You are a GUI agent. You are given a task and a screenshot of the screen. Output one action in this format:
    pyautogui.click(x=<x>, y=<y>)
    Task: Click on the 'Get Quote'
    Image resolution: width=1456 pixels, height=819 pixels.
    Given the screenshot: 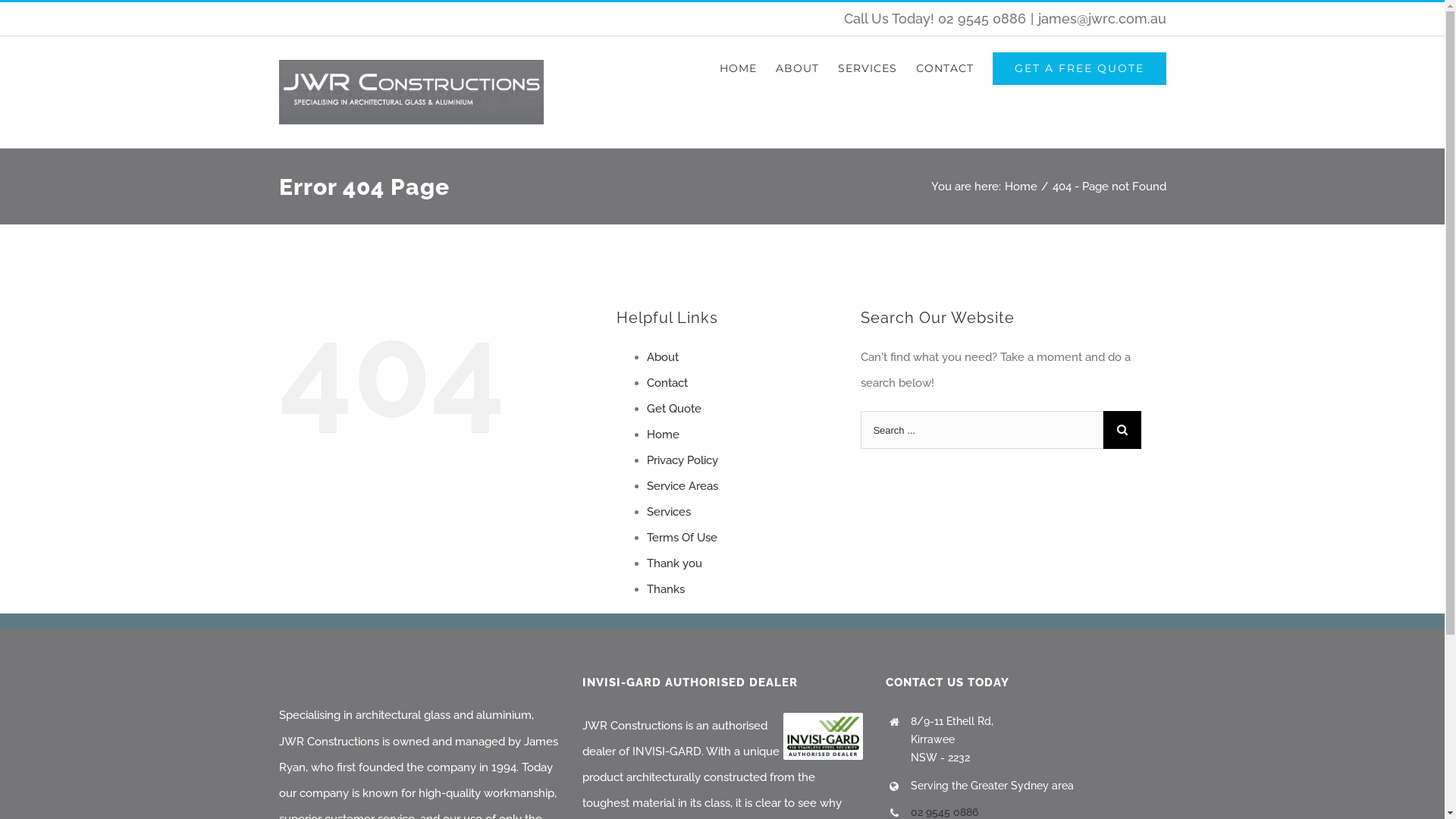 What is the action you would take?
    pyautogui.click(x=673, y=408)
    